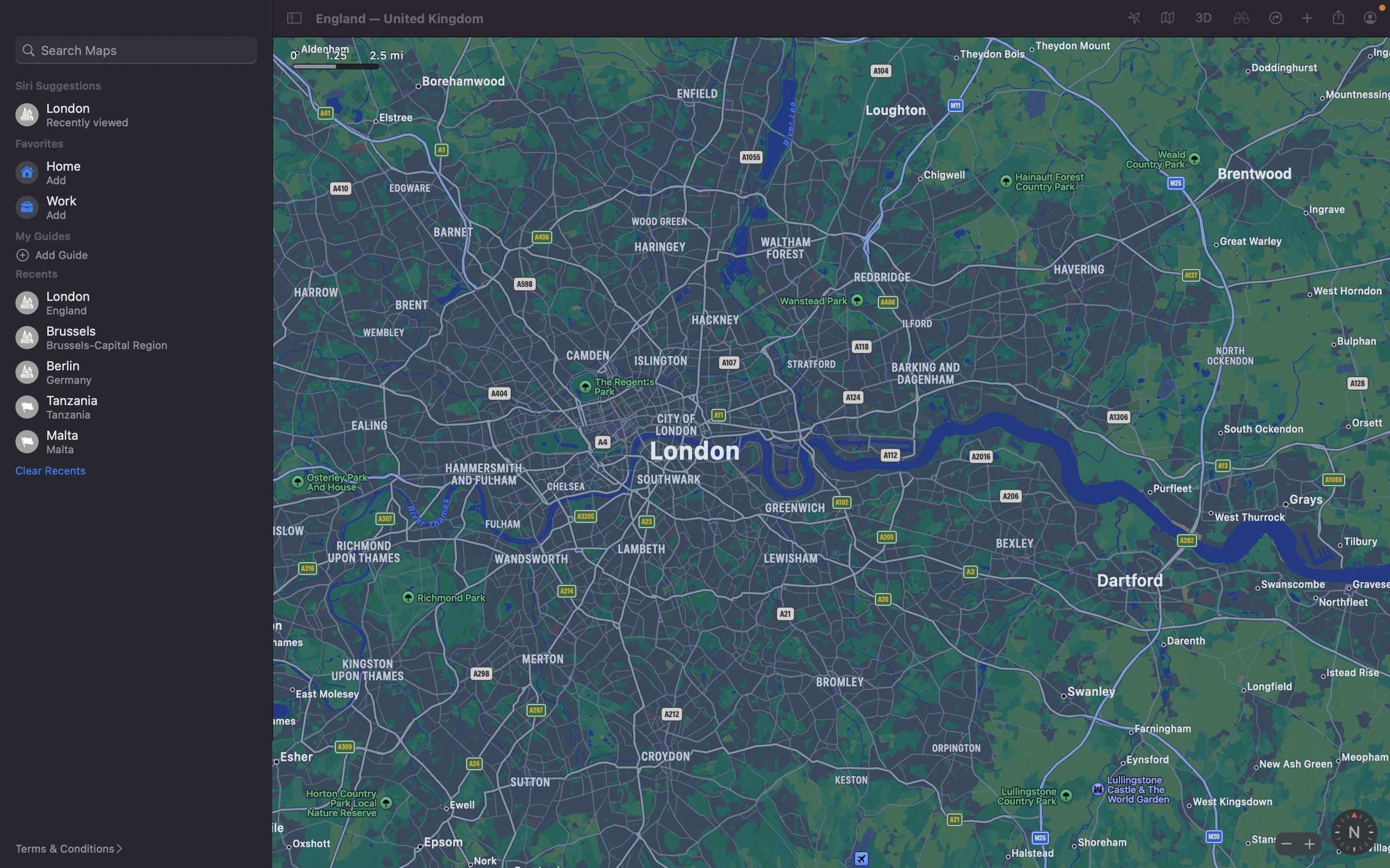 The image size is (1390, 868). Describe the element at coordinates (1285, 843) in the screenshot. I see `Minimize map"s view scale` at that location.